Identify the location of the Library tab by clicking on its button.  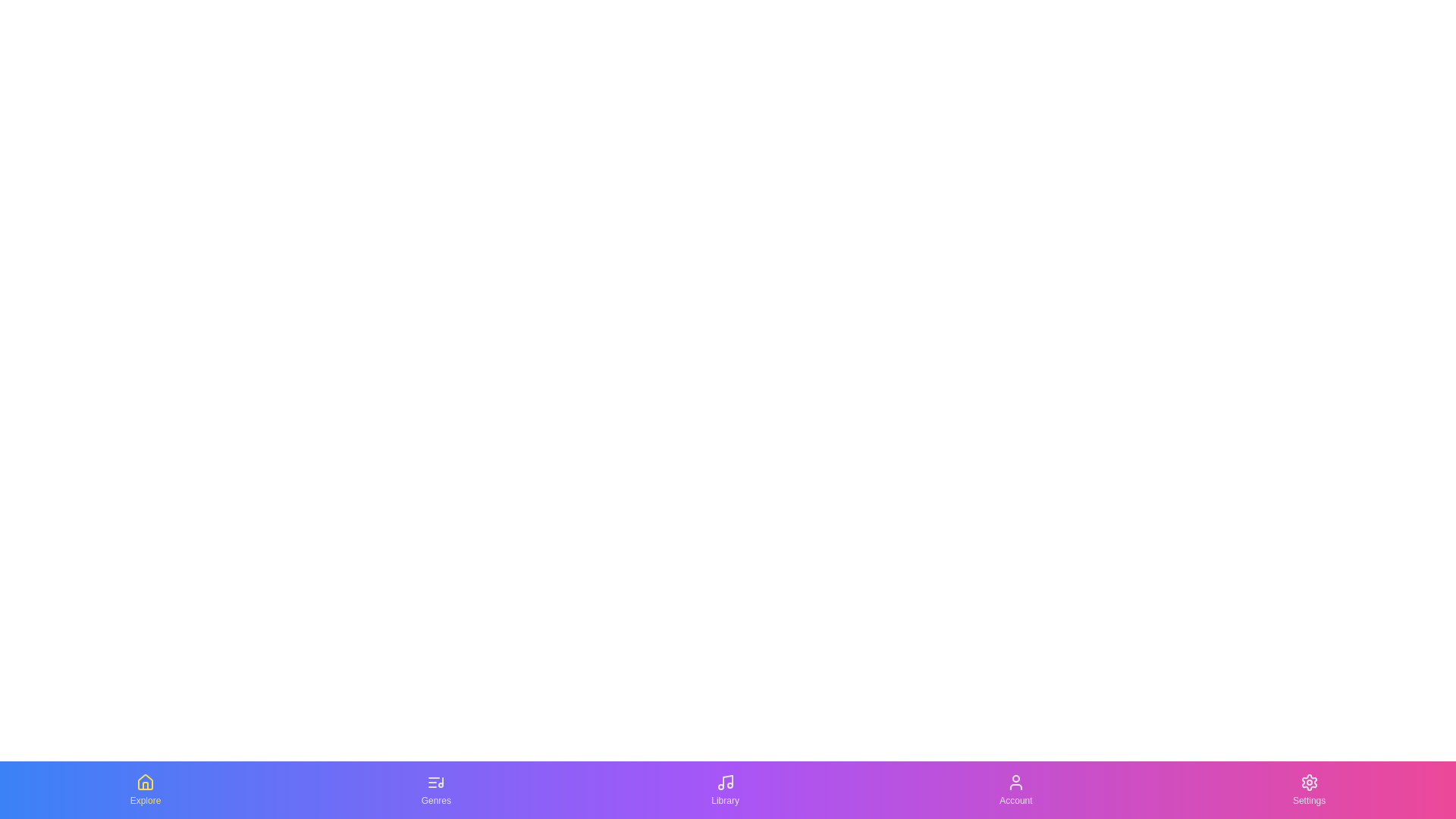
(724, 789).